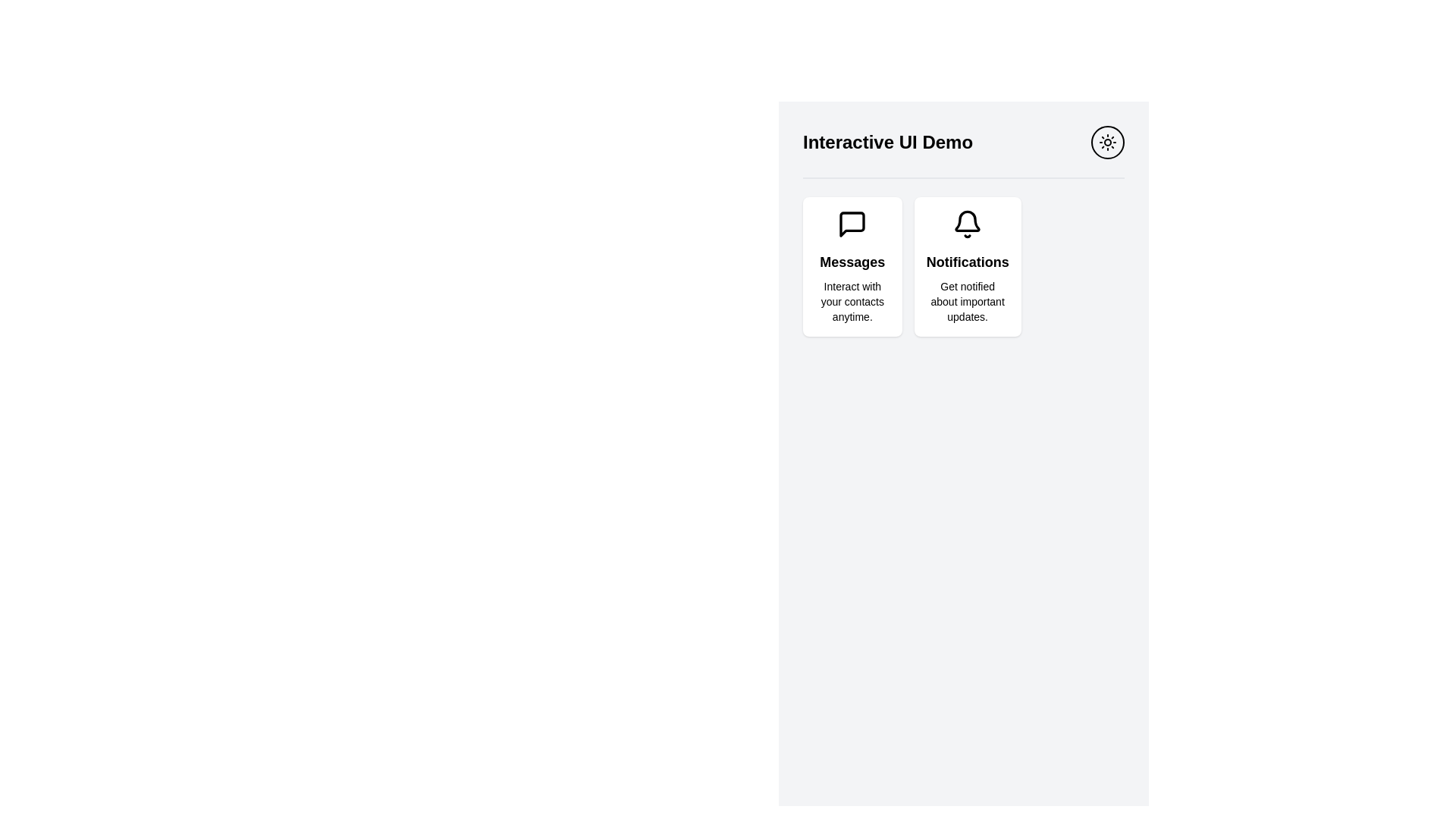 Image resolution: width=1456 pixels, height=819 pixels. What do you see at coordinates (852, 224) in the screenshot?
I see `the speech bubble icon at the top of the 'Messages' card, which has a minimalistic design with a rectangular tail pointing downward` at bounding box center [852, 224].